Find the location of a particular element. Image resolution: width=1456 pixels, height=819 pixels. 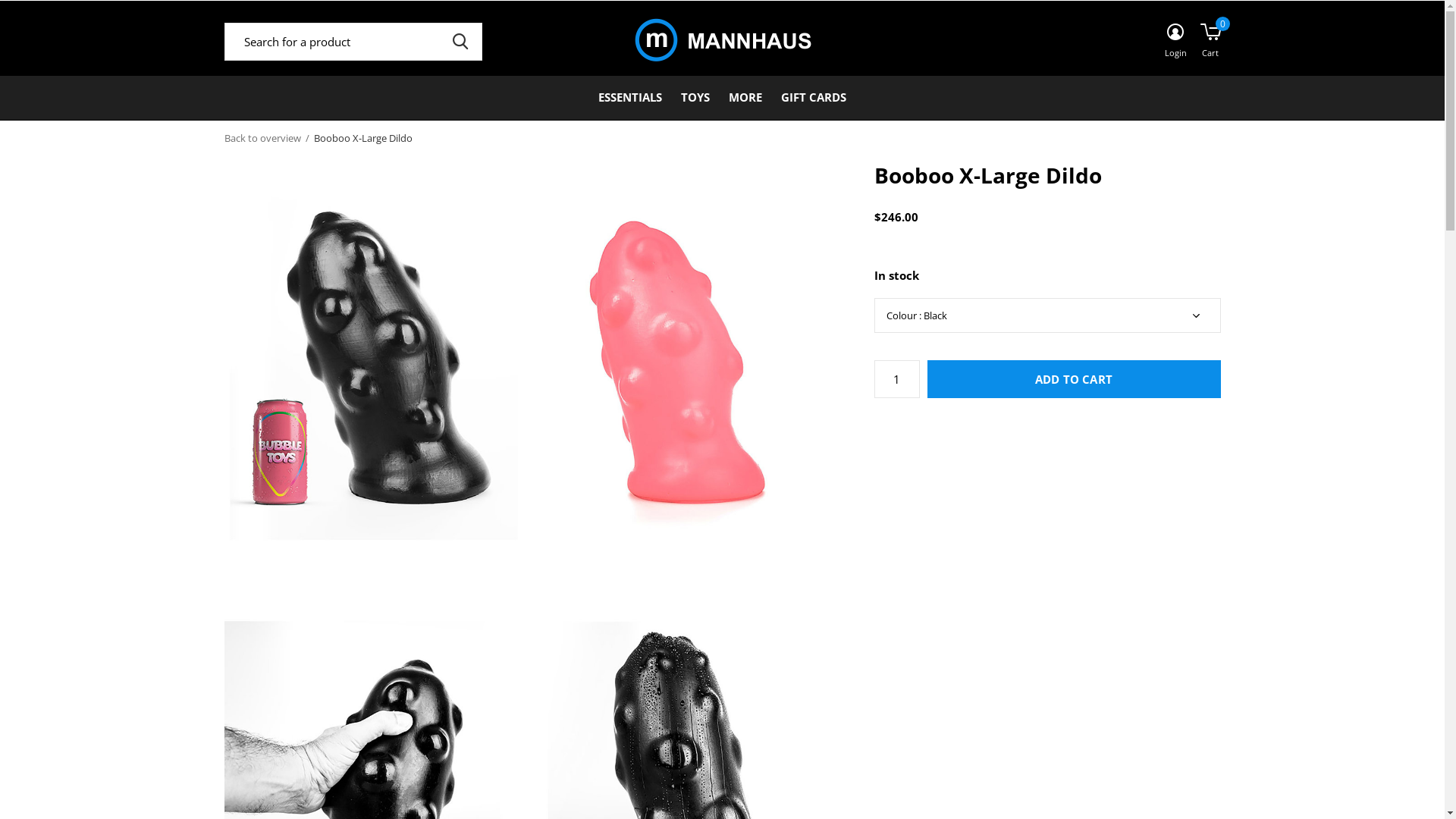

'ADD TO CART' is located at coordinates (1072, 378).